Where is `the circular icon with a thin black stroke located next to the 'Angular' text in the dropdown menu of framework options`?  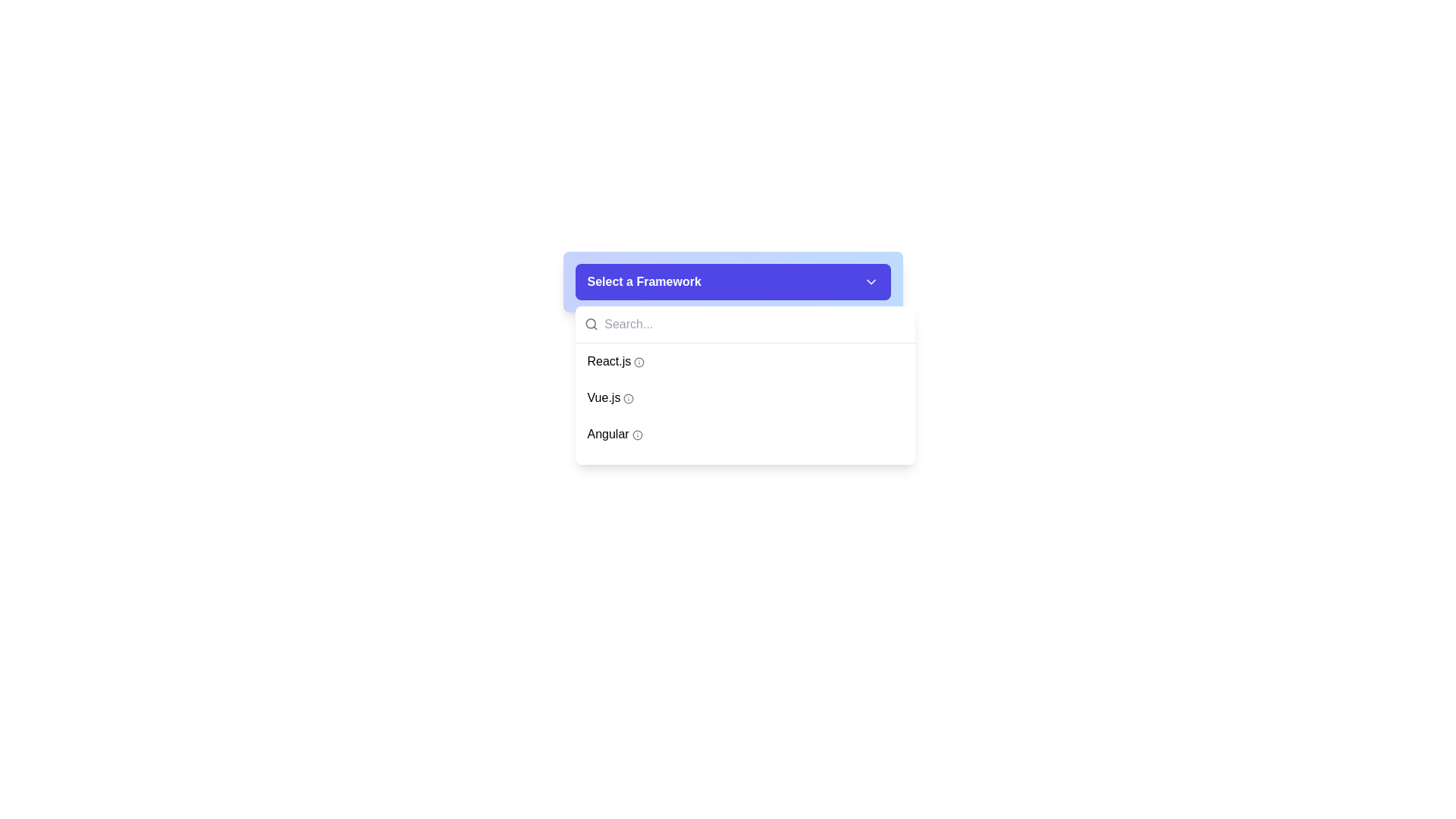
the circular icon with a thin black stroke located next to the 'Angular' text in the dropdown menu of framework options is located at coordinates (637, 435).